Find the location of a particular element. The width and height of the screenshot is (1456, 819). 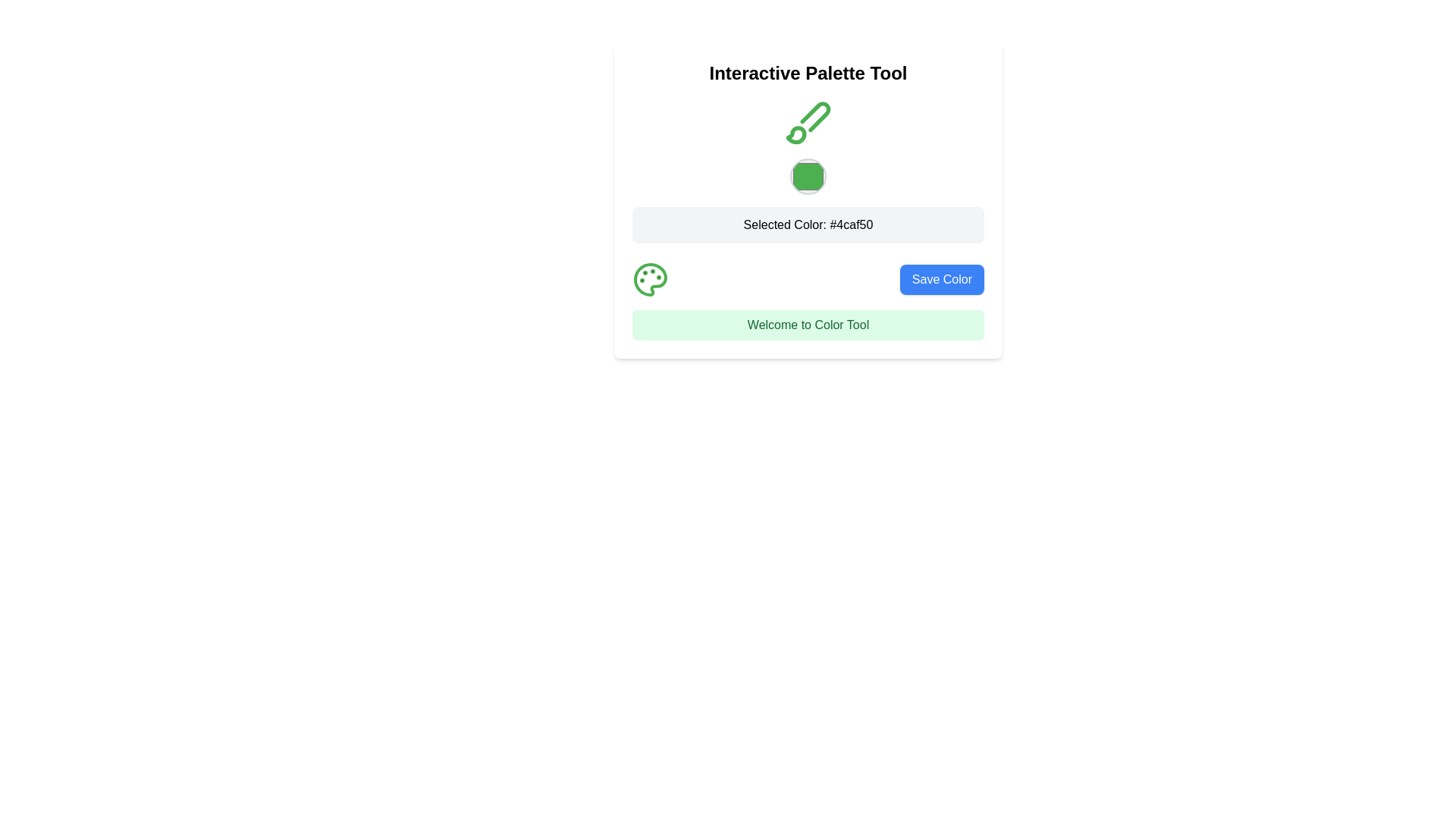

the green SVG line segment that is styled with a 2px width, round line-cap, and round line-join, positioned above the central label text in the interface is located at coordinates (814, 116).